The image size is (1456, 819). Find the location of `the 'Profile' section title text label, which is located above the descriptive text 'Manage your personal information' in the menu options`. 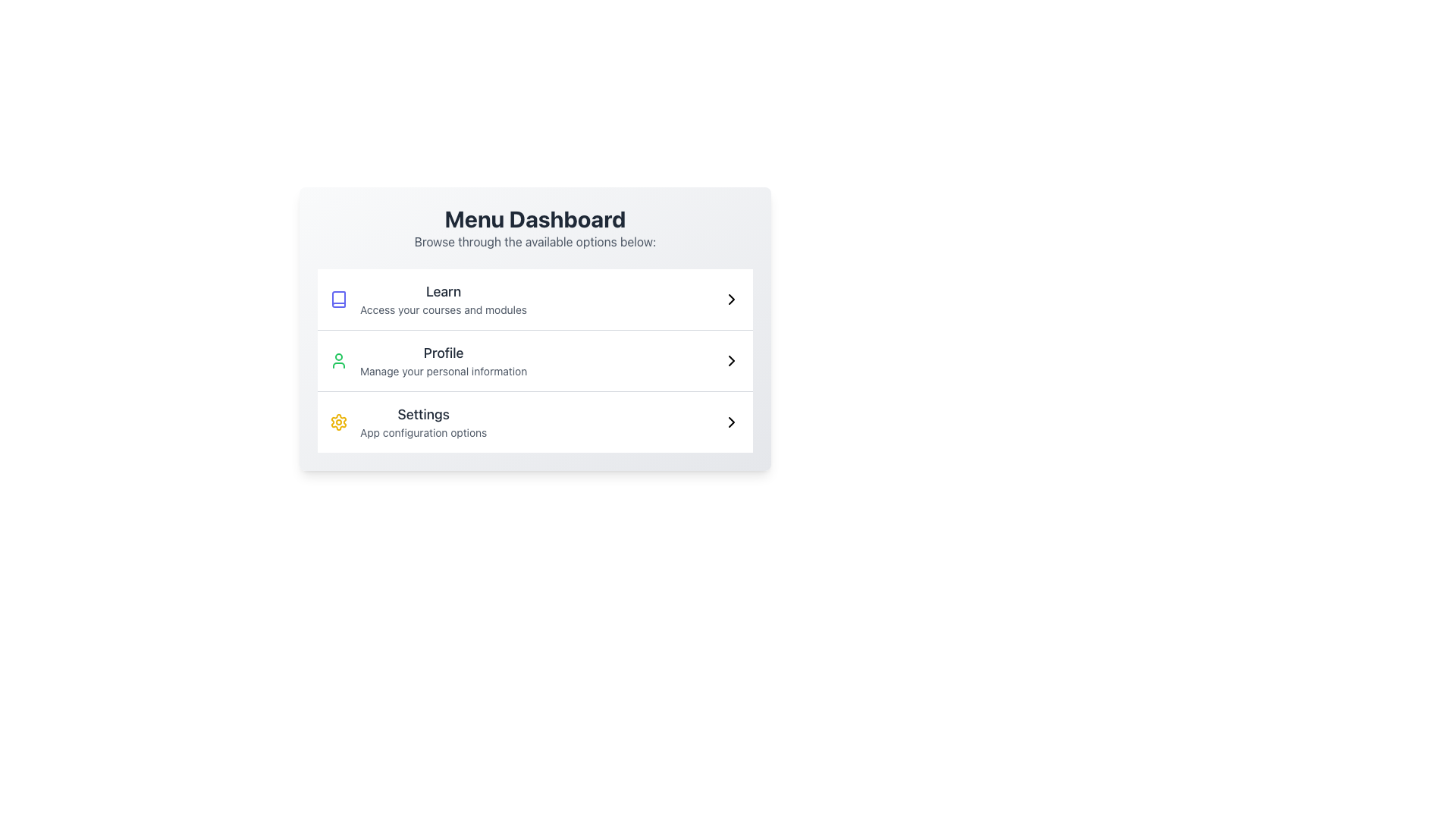

the 'Profile' section title text label, which is located above the descriptive text 'Manage your personal information' in the menu options is located at coordinates (443, 353).